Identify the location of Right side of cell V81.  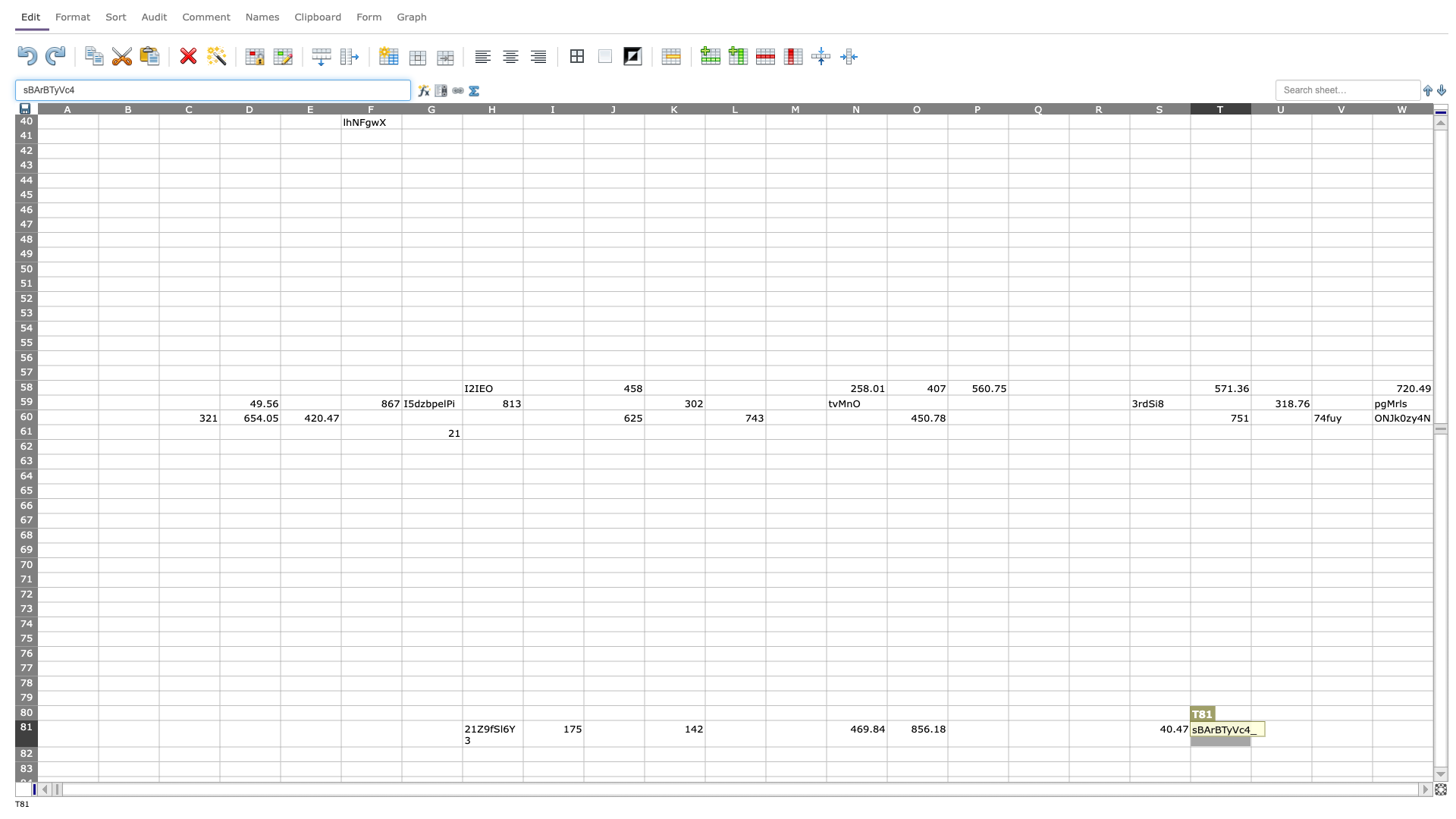
(1372, 733).